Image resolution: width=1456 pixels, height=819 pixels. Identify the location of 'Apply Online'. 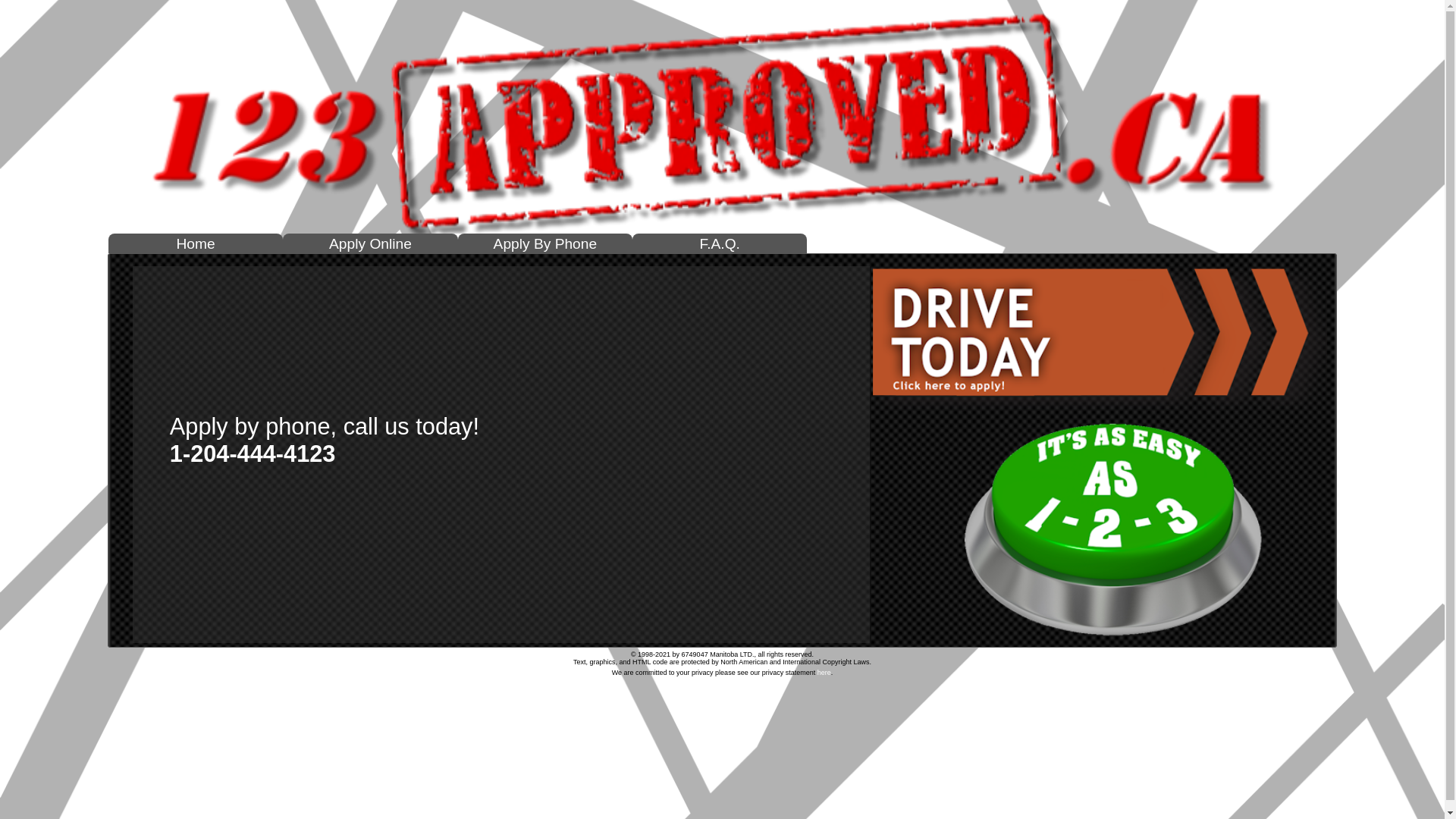
(370, 244).